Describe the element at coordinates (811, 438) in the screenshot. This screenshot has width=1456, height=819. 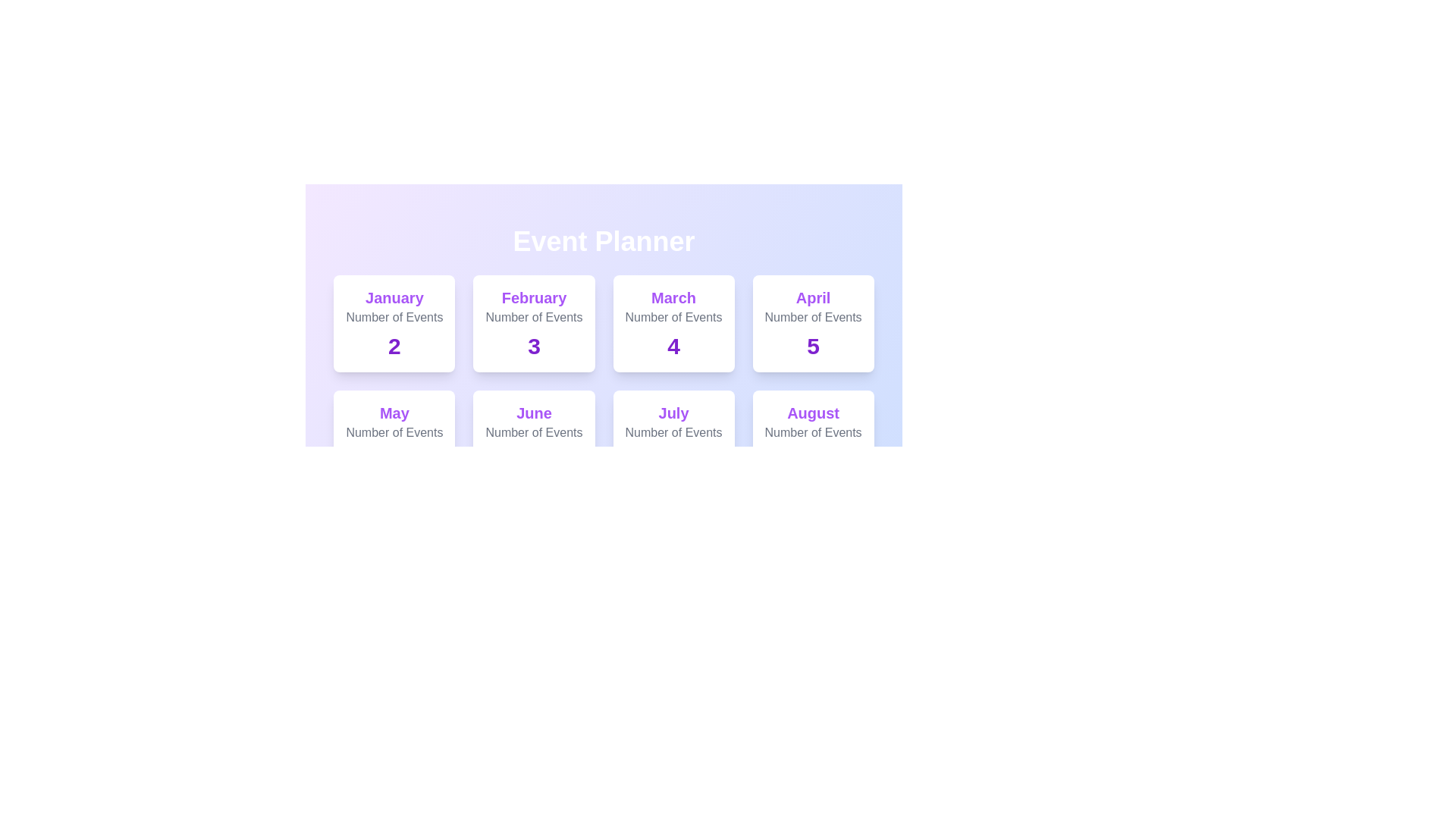
I see `the card for August` at that location.